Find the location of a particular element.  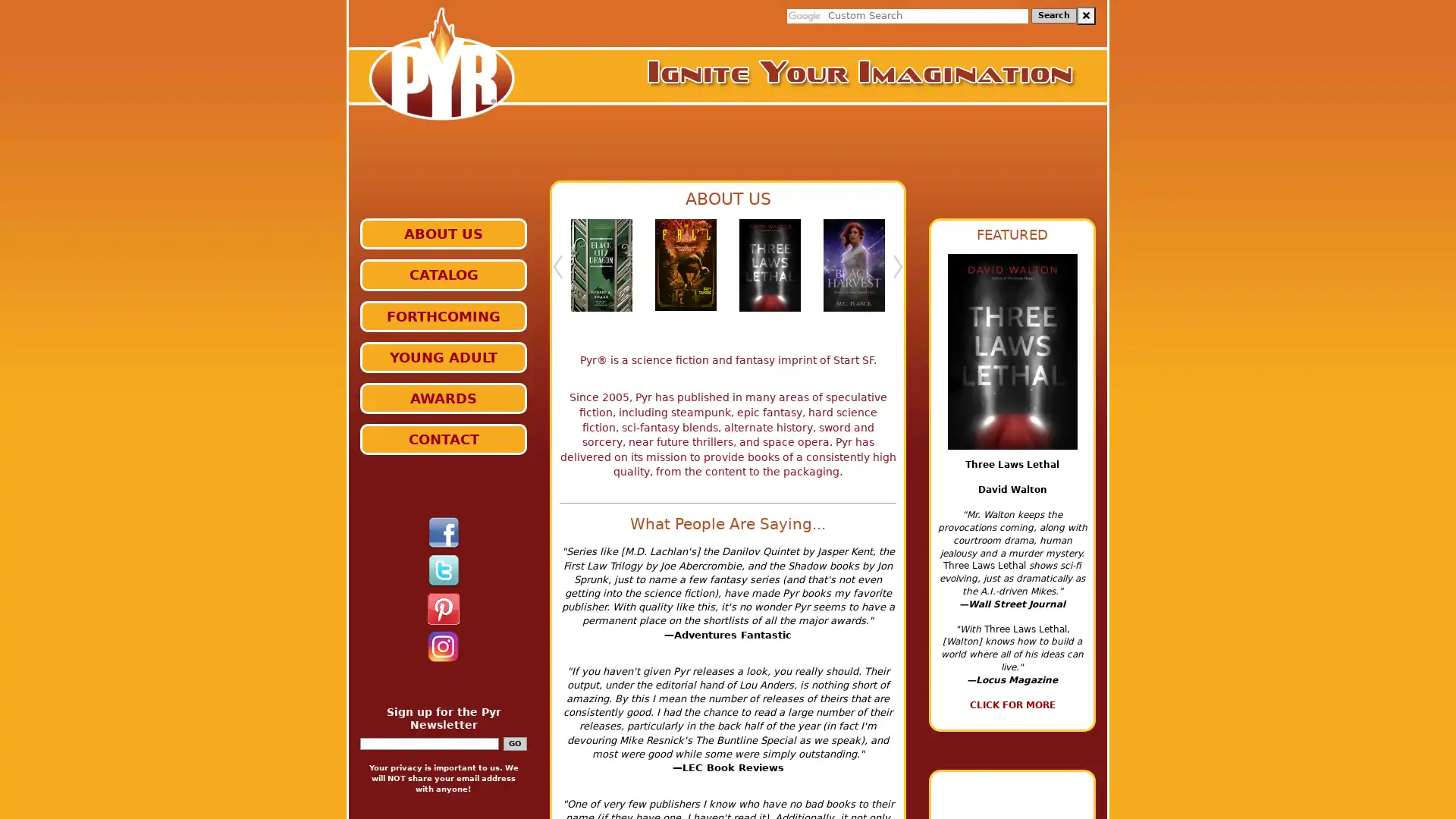

Next is located at coordinates (898, 274).